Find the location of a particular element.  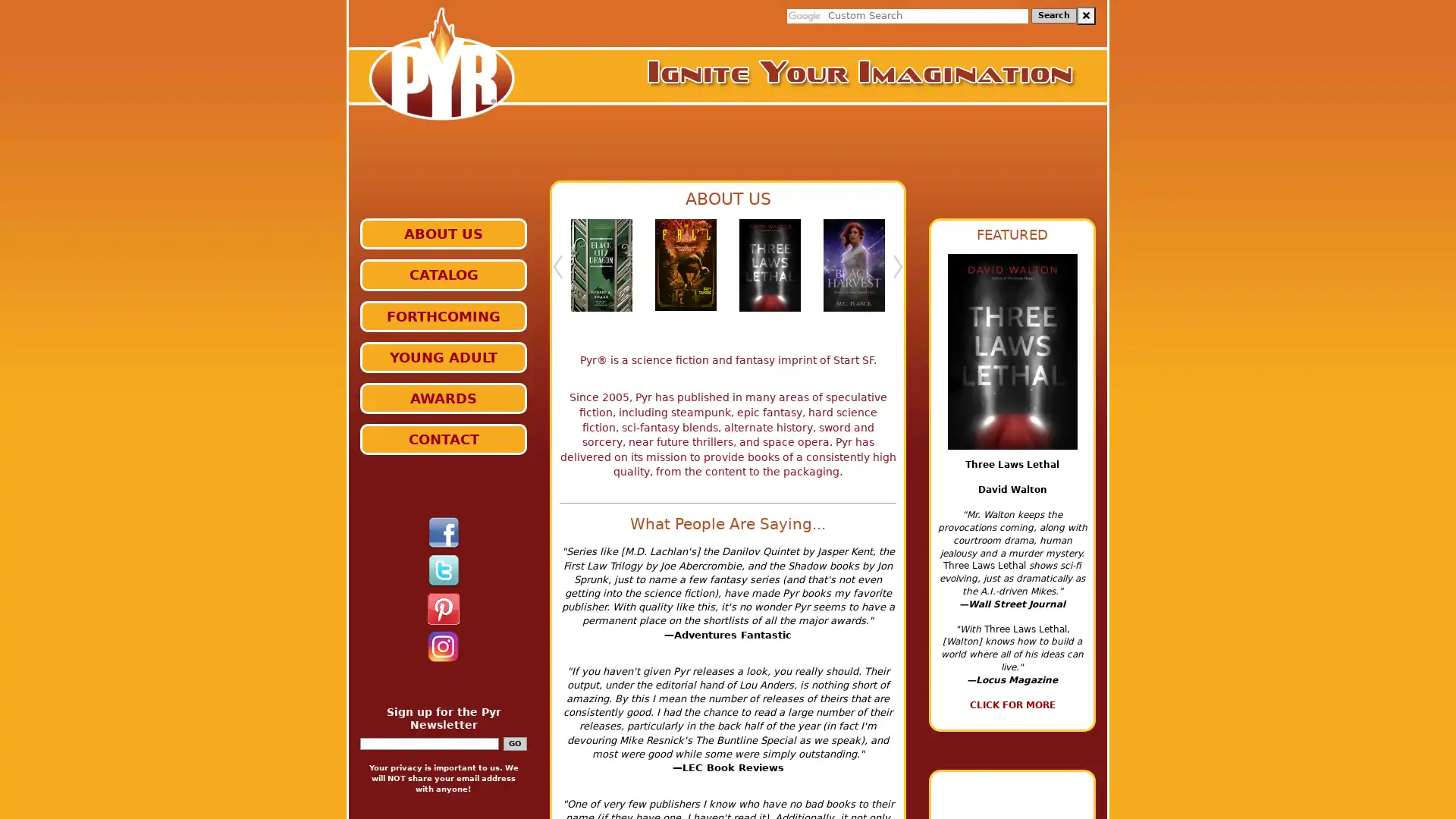

Next is located at coordinates (898, 274).